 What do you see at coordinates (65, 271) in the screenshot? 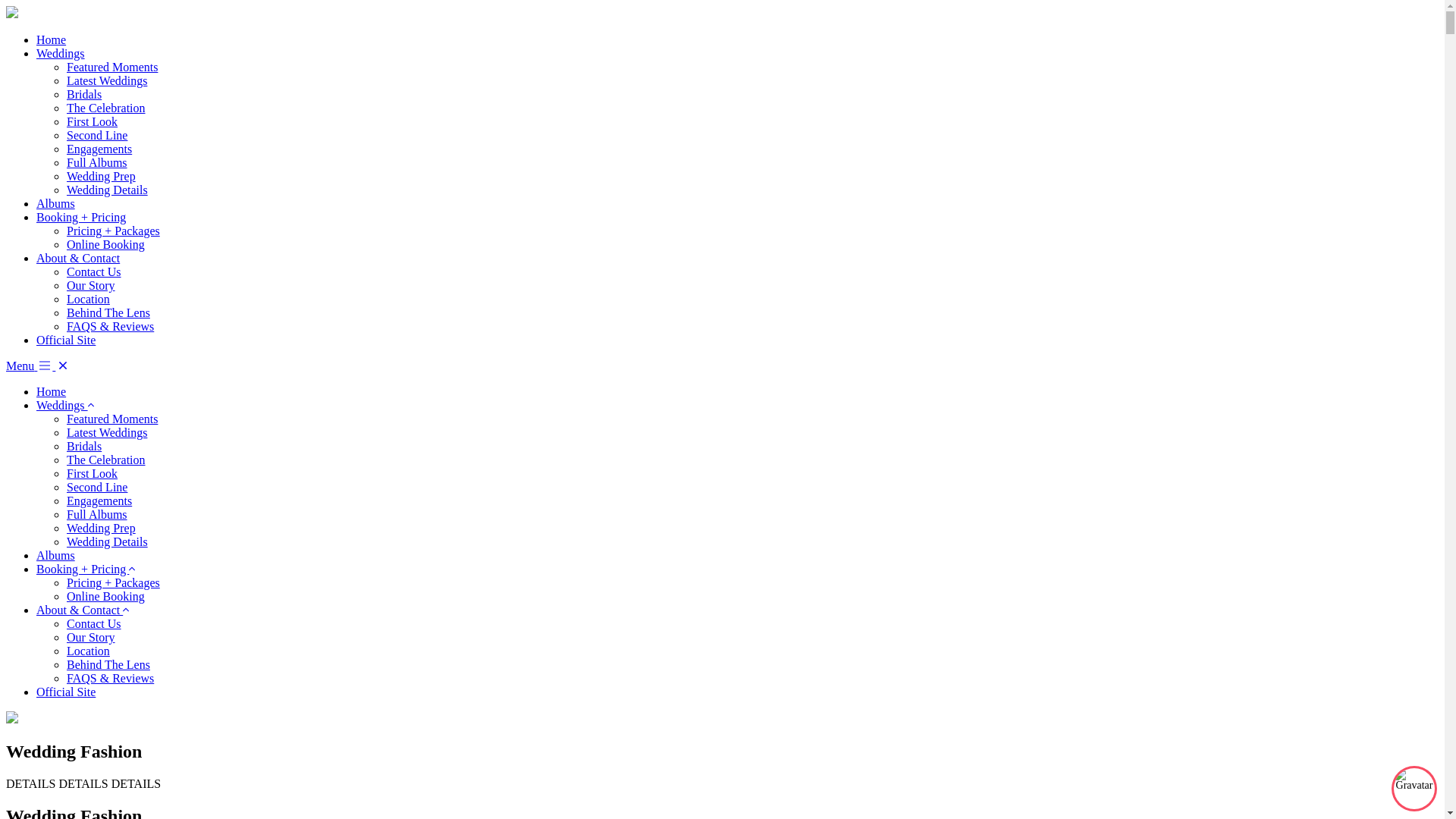
I see `'Contact Us'` at bounding box center [65, 271].